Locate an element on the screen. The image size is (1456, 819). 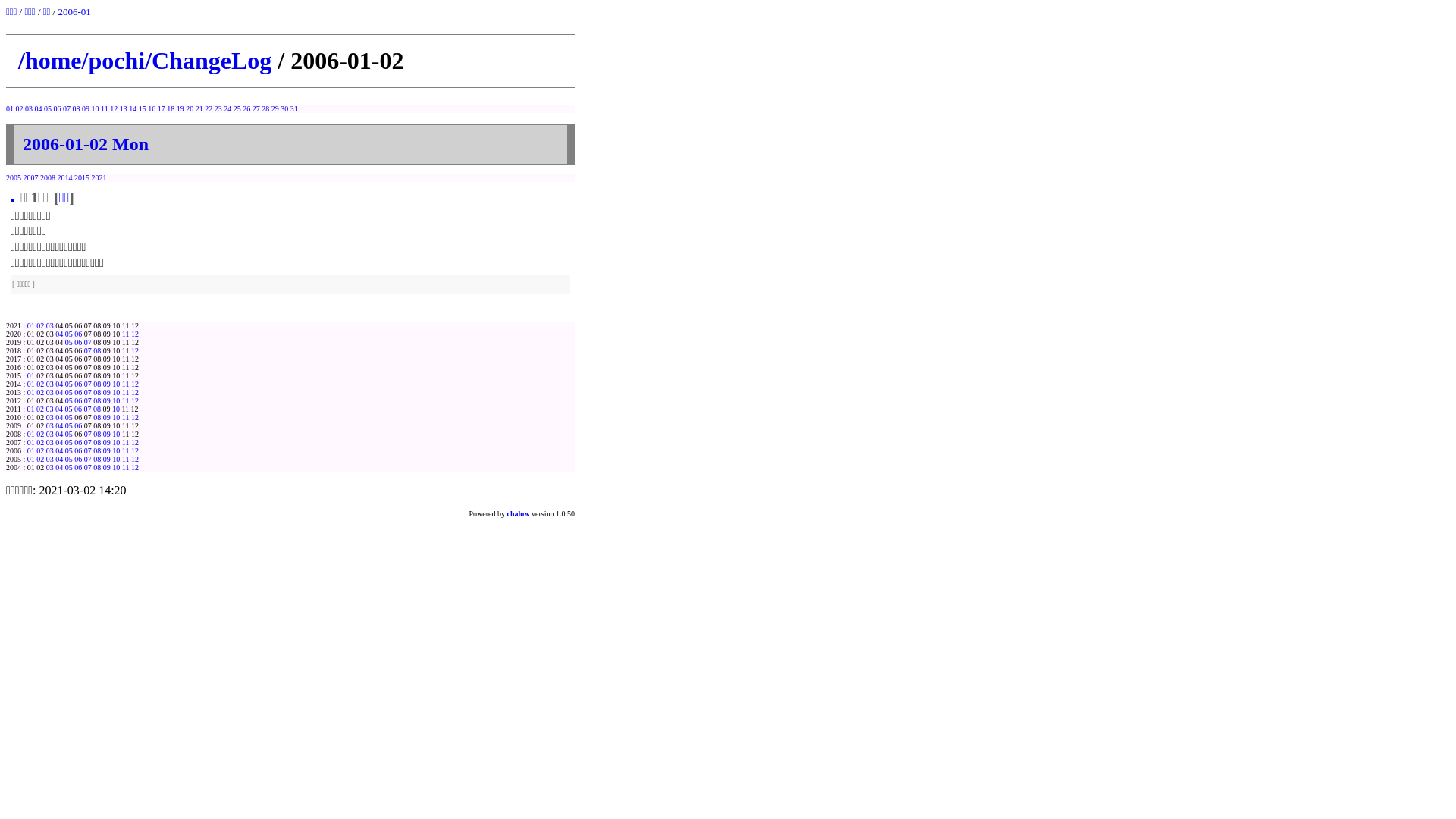
'04' is located at coordinates (58, 458).